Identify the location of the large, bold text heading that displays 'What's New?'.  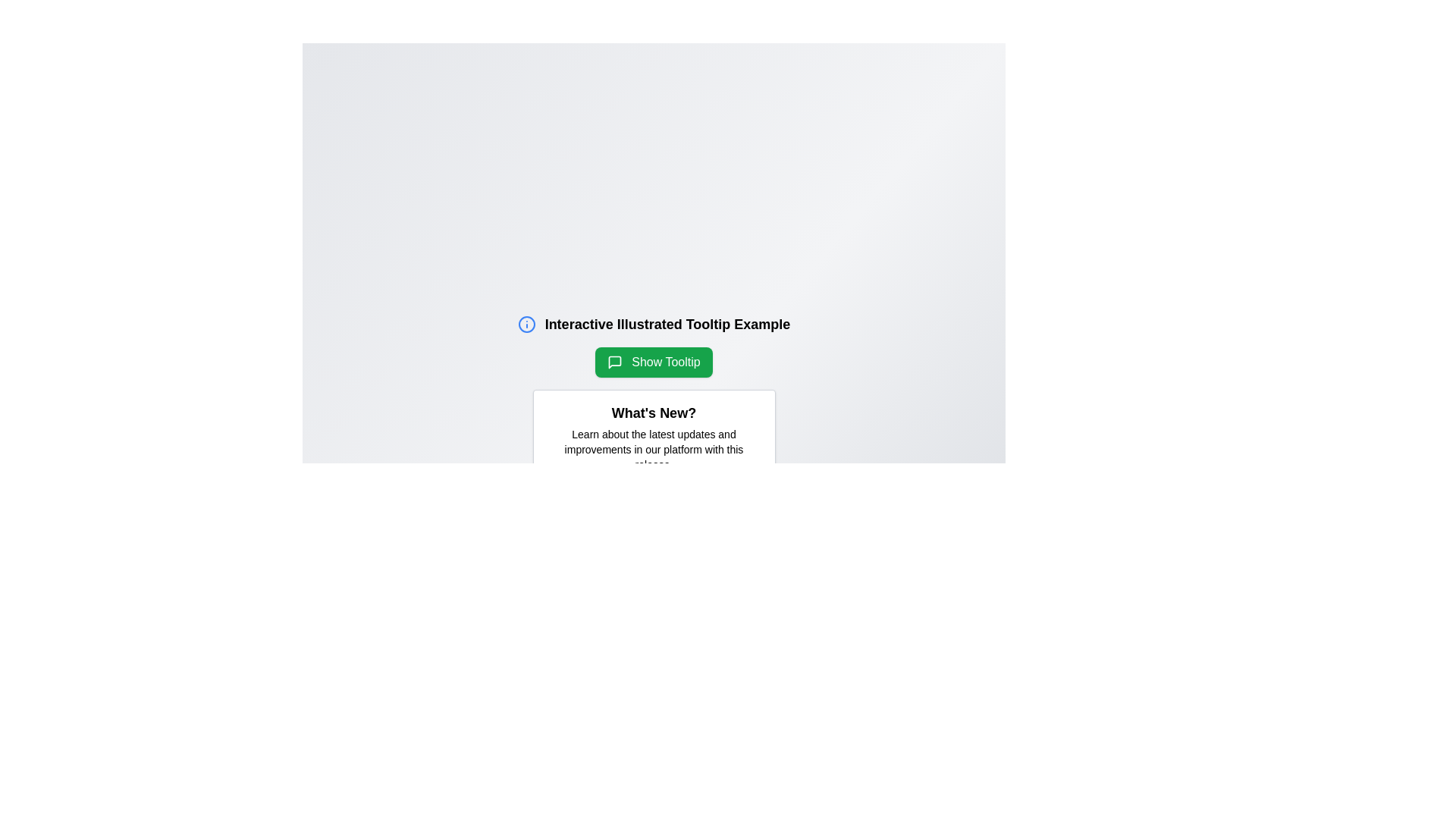
(654, 413).